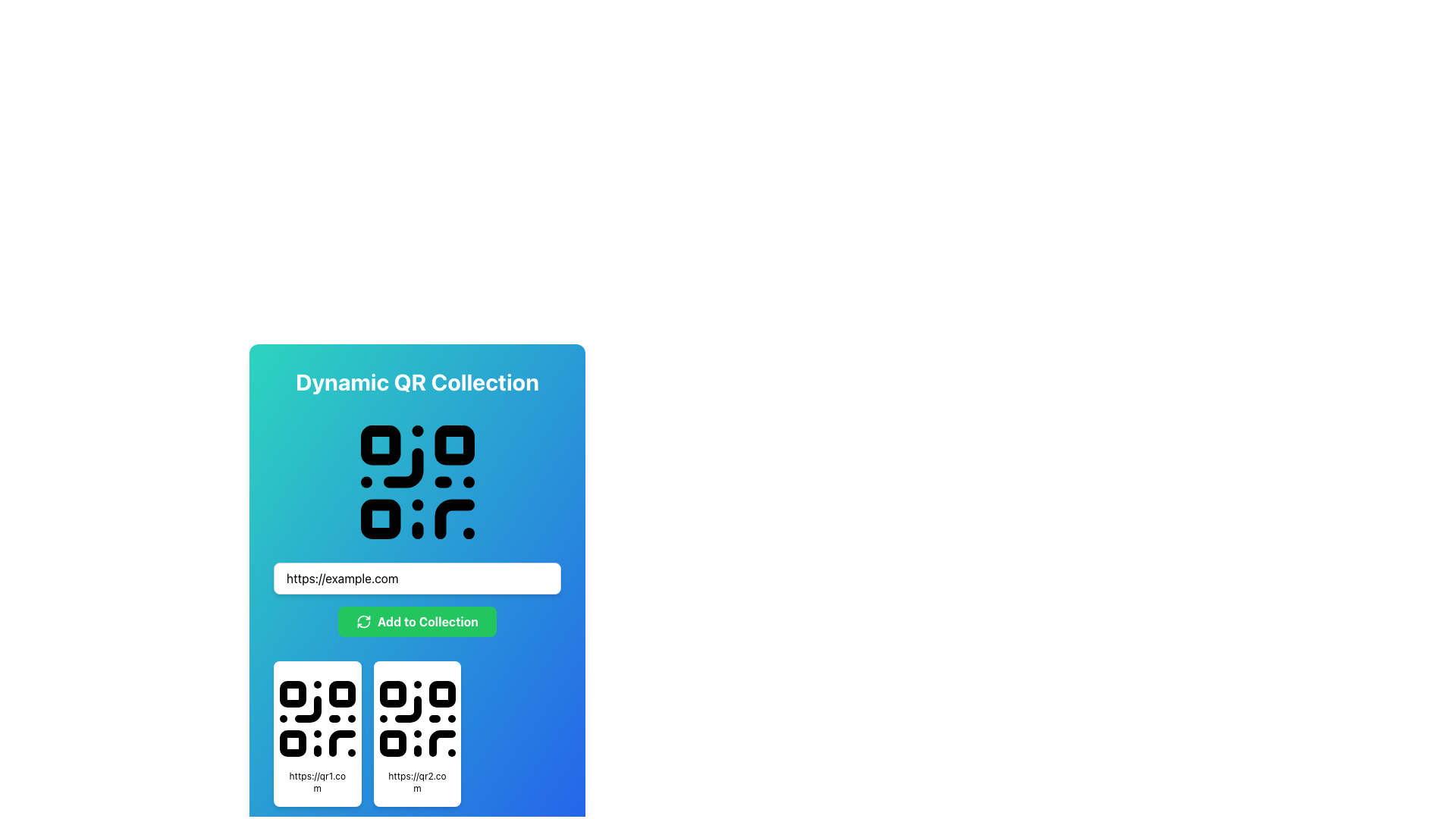 This screenshot has width=1456, height=819. I want to click on the geometric segment of the QR code graphic located in the inner lower-right corner of the second QR code graphic beneath the 'Add to Collection' button, so click(407, 709).